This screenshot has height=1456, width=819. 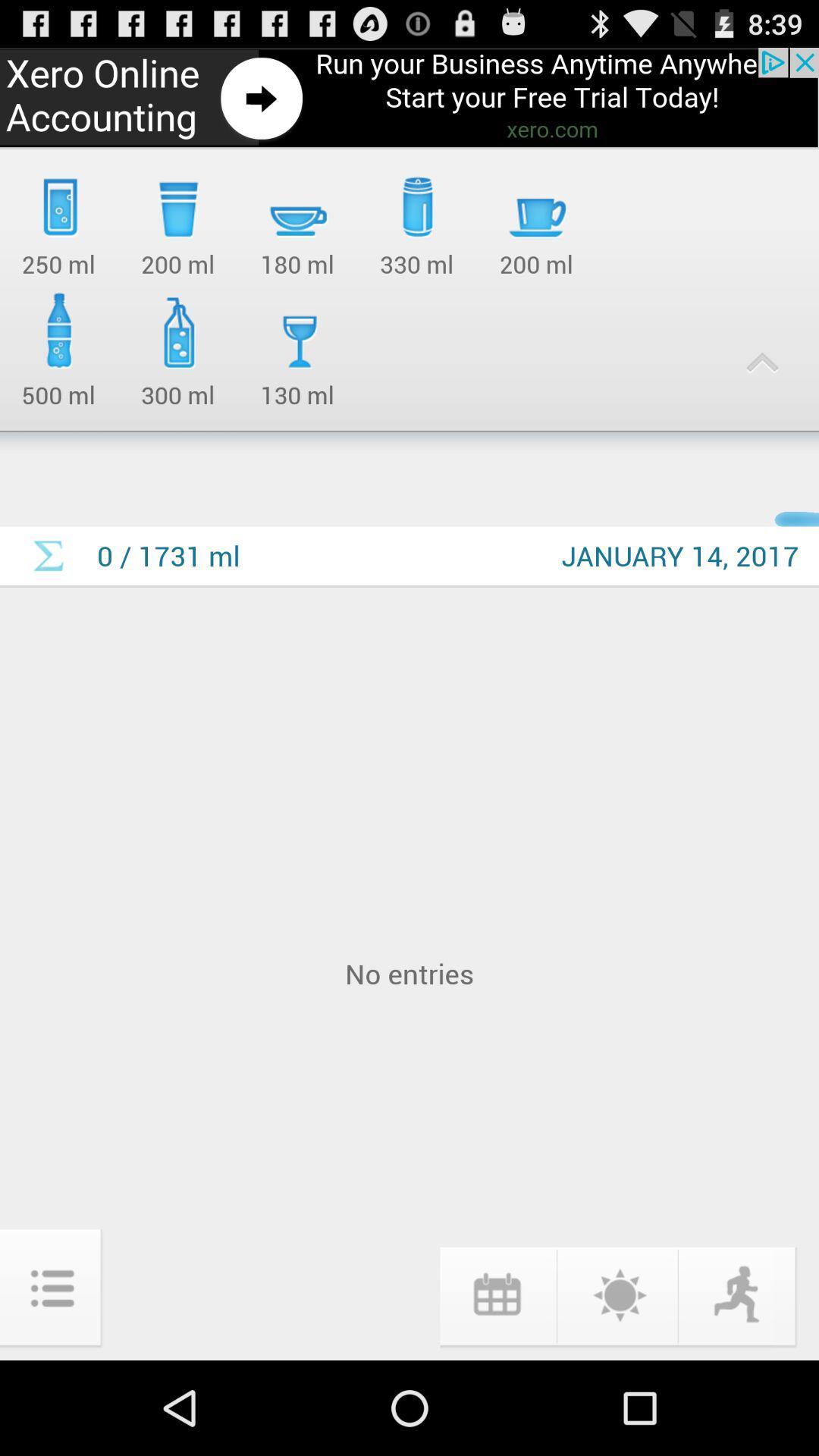 I want to click on the weather icon, so click(x=617, y=1385).